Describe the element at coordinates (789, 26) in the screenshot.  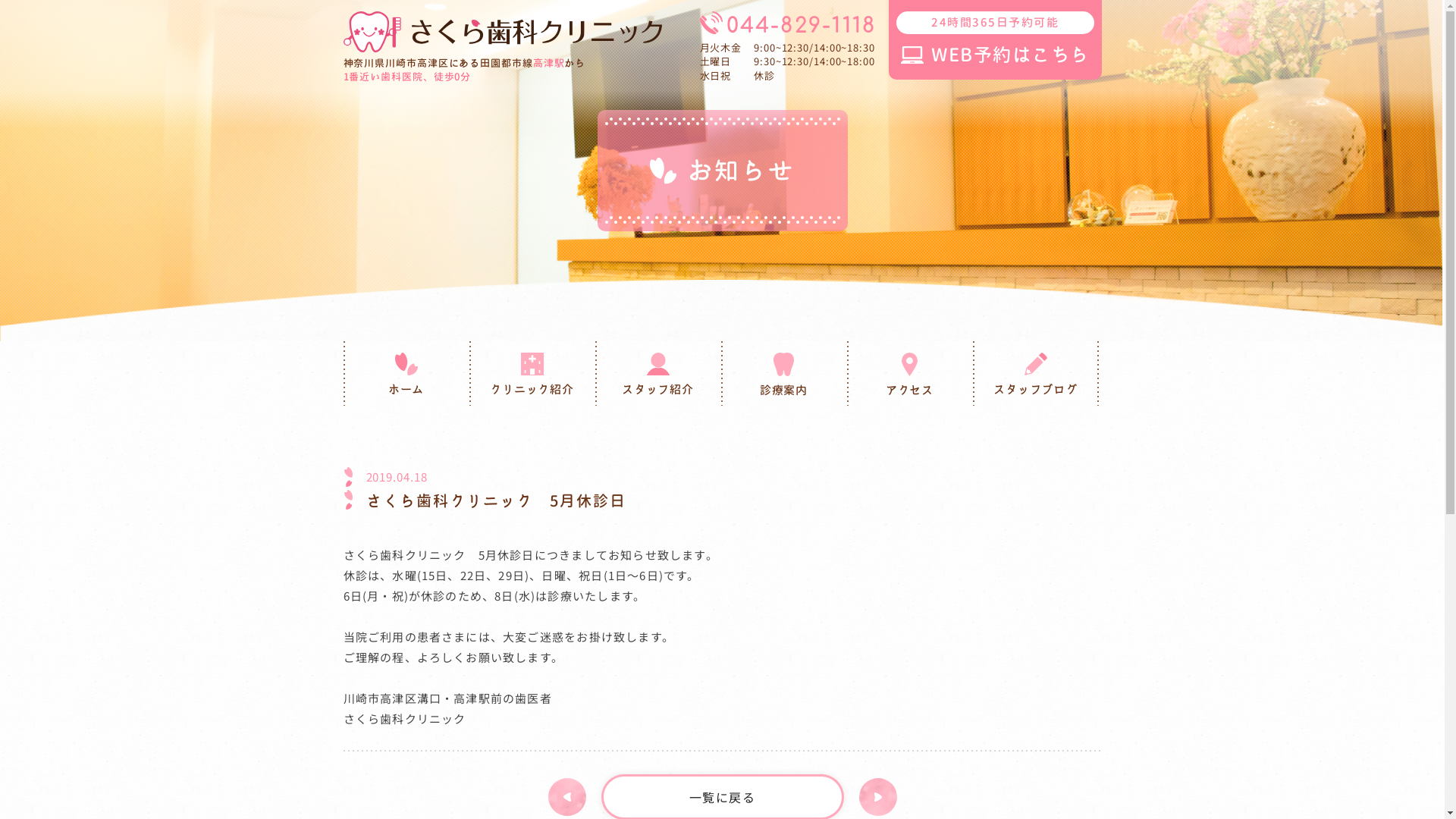
I see `'044-829-1118'` at that location.